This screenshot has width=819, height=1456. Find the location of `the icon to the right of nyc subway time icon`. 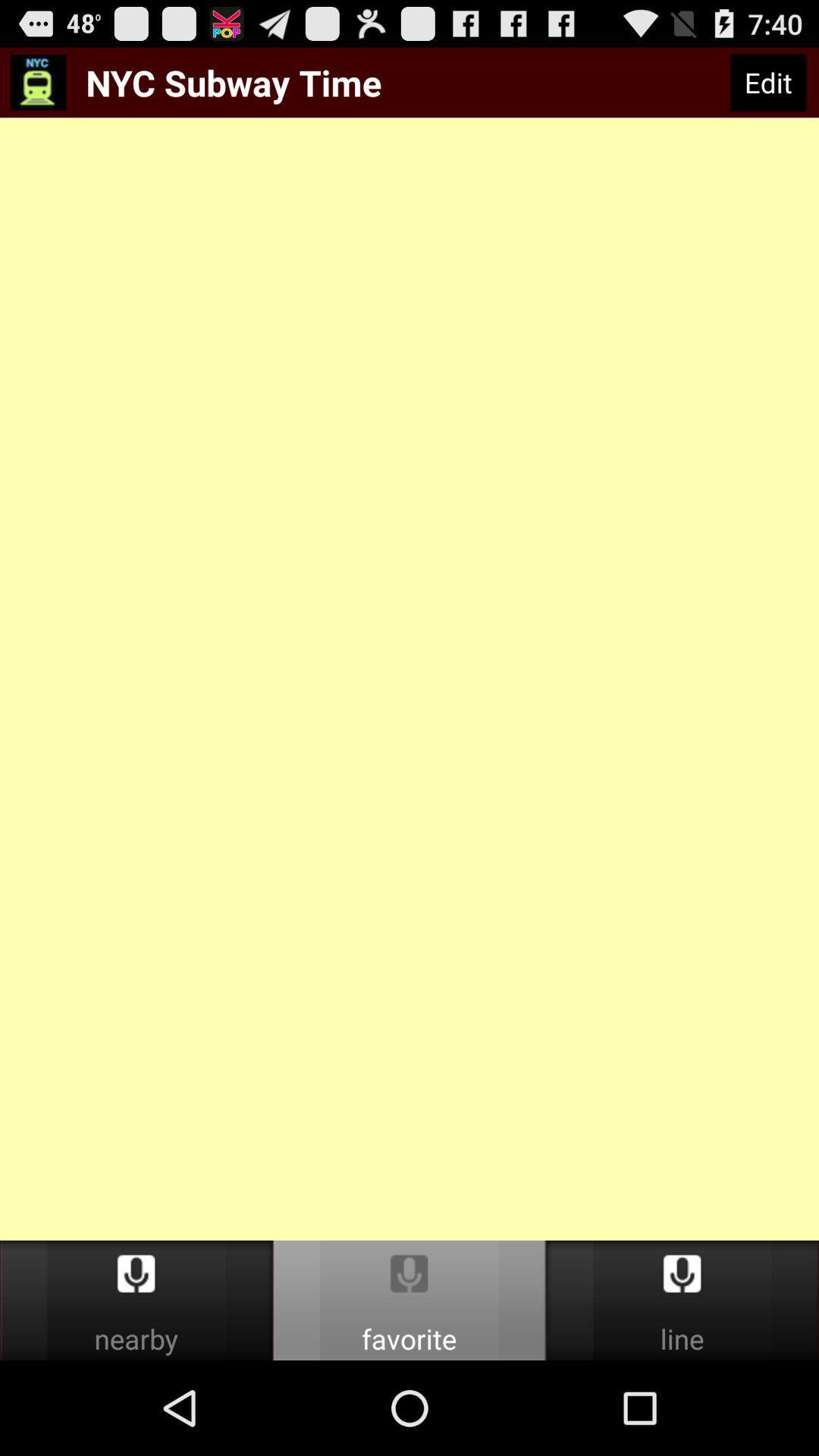

the icon to the right of nyc subway time icon is located at coordinates (768, 82).